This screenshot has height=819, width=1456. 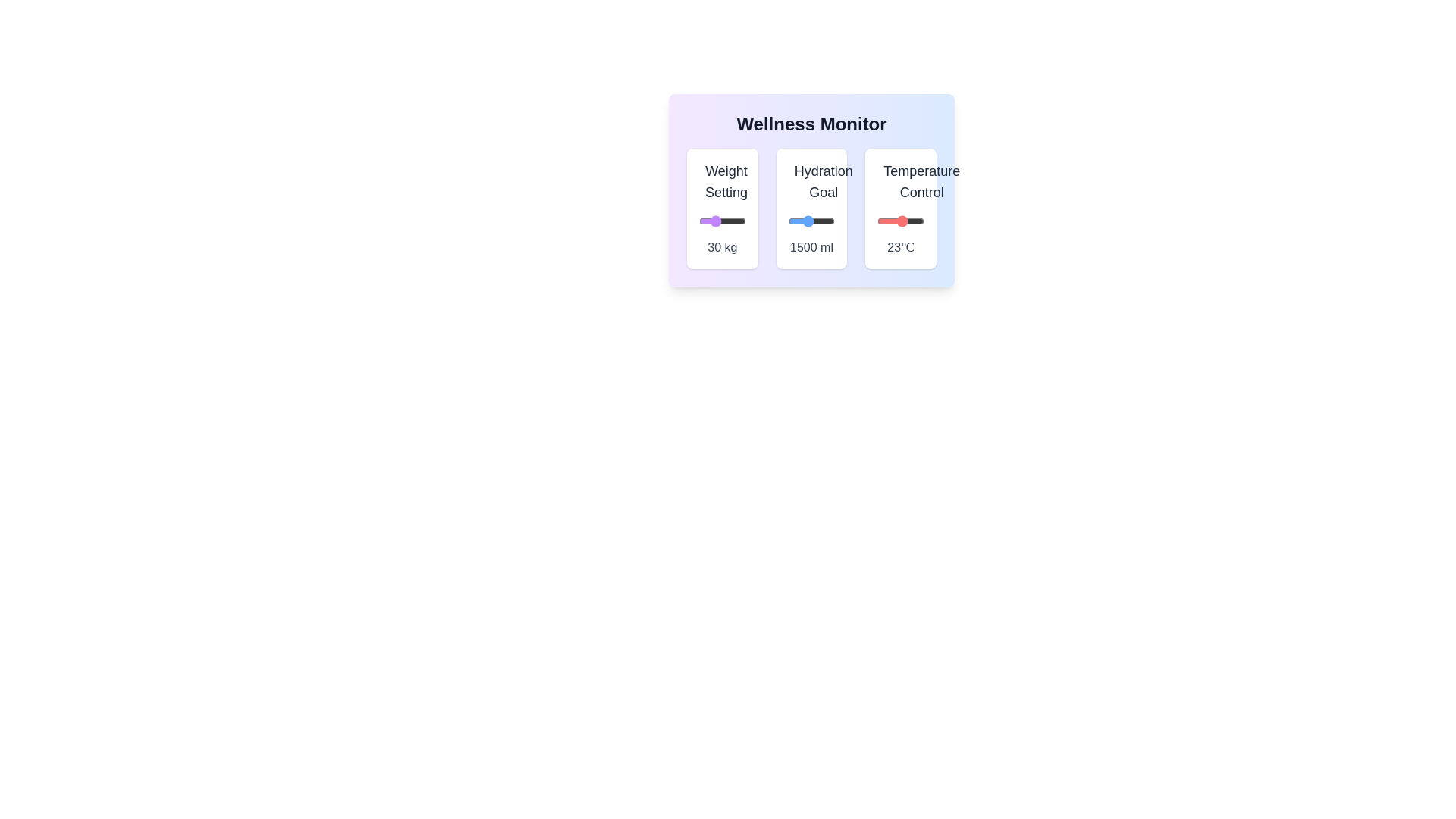 I want to click on the temperature, so click(x=917, y=221).